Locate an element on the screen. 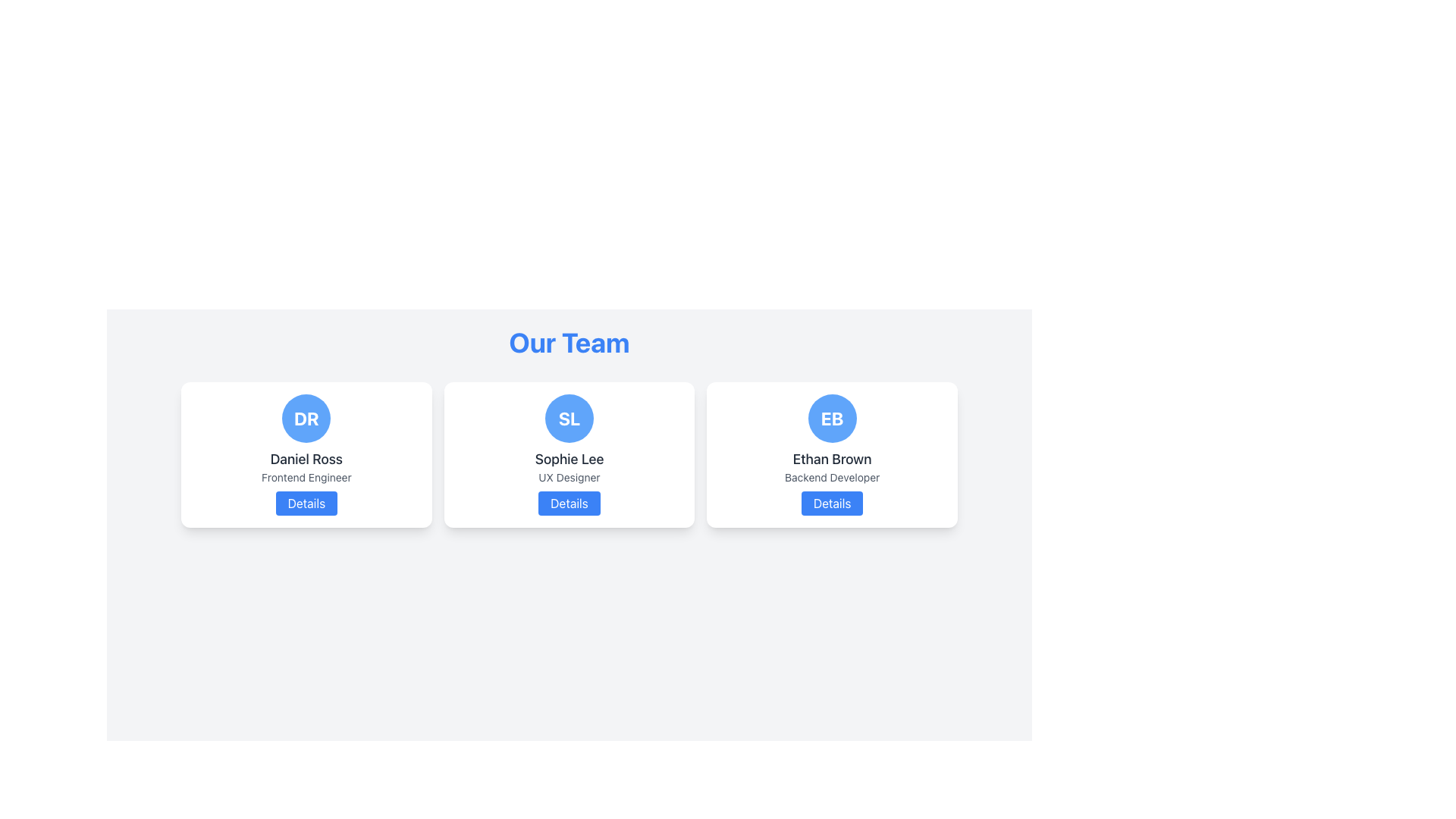  the text label displaying the name of the individual in the team card, located in the 'Our Team' section, centered in the second column, below the avatar labeled 'SL' and above the 'Details' button is located at coordinates (568, 458).